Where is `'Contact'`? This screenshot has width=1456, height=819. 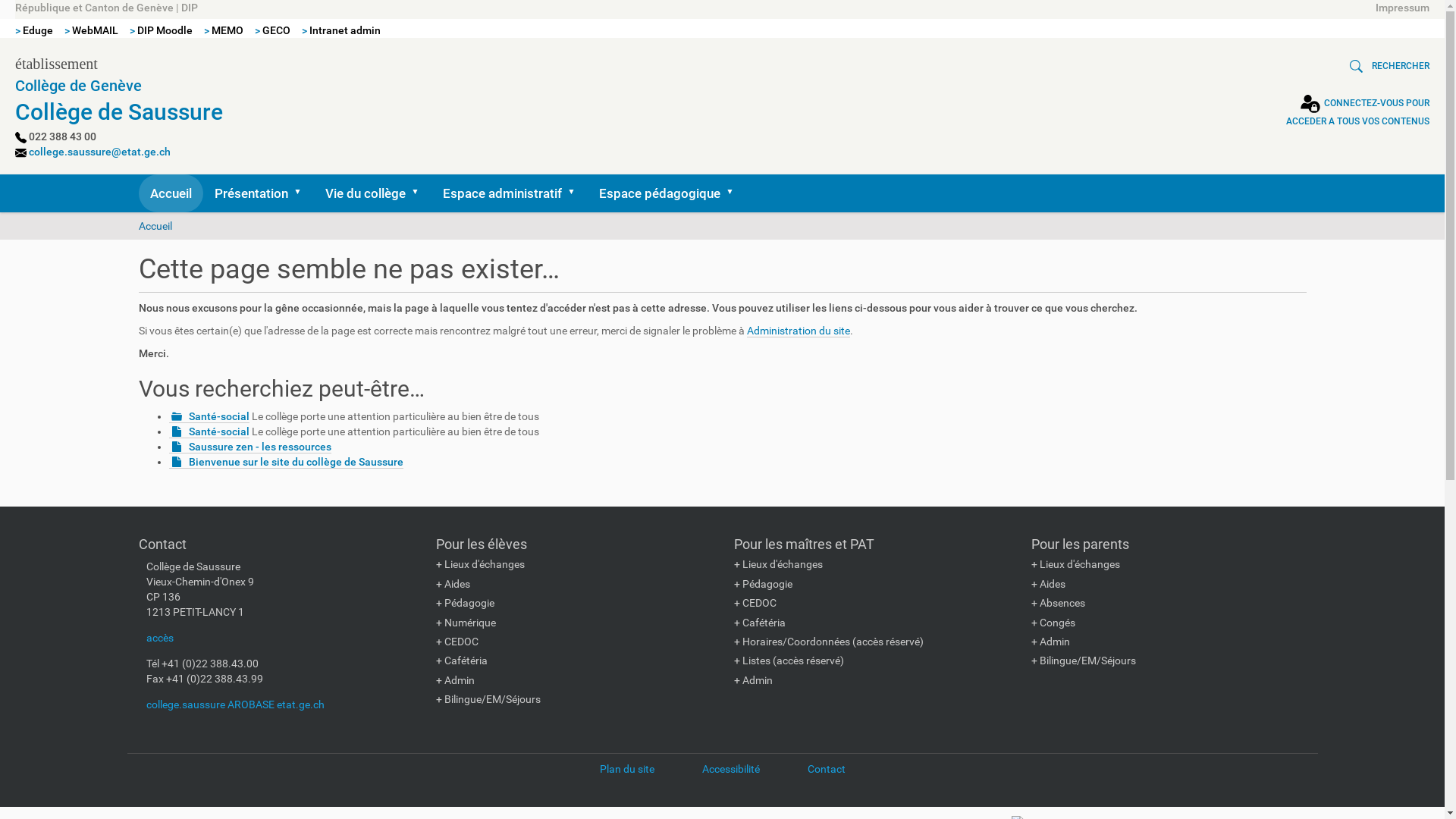
'Contact' is located at coordinates (825, 769).